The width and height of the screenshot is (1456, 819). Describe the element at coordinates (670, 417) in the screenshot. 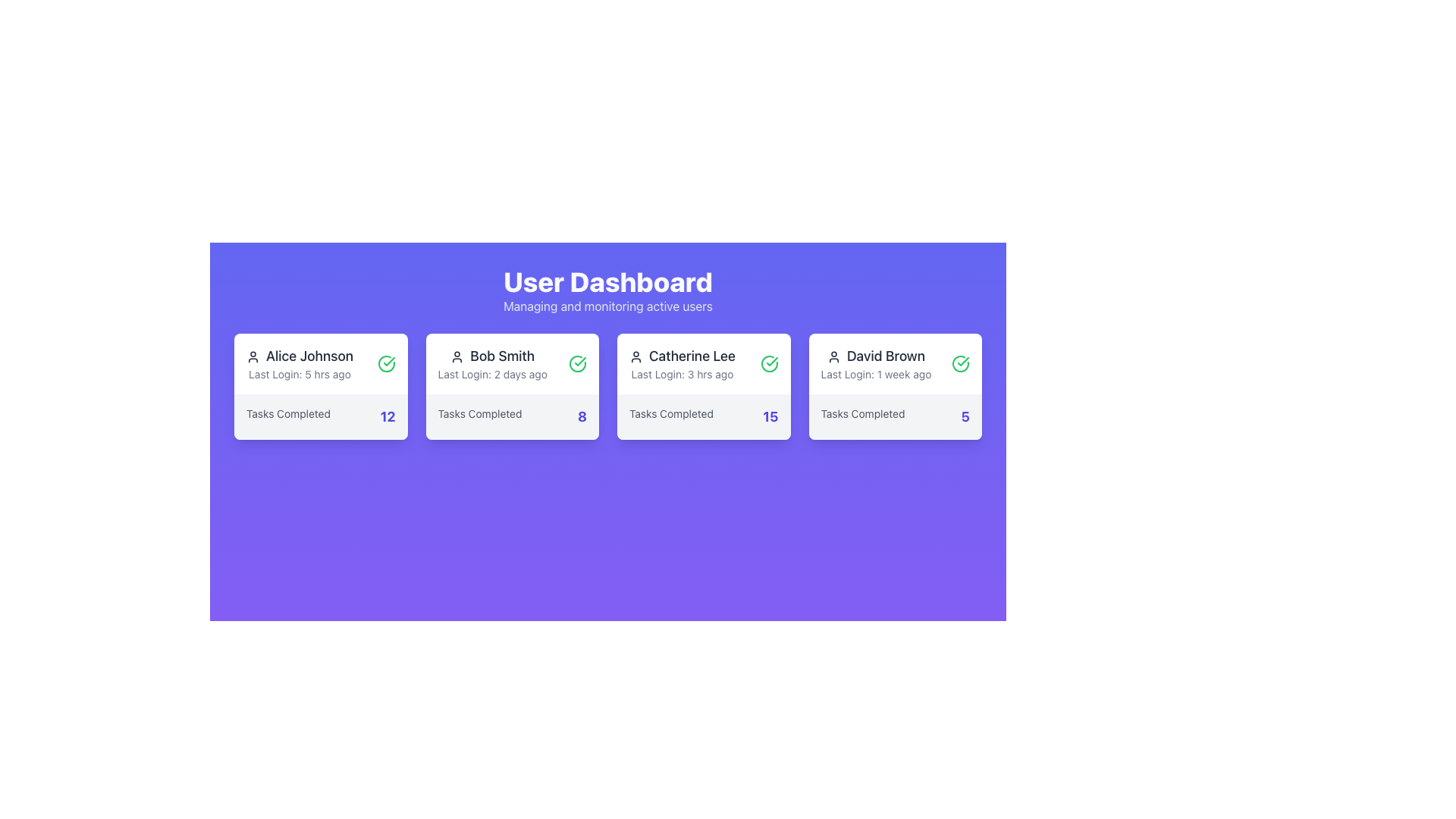

I see `the text label that describes the adjacent number '15' in the third card under 'User Dashboard' for 'Catherine Lee'` at that location.